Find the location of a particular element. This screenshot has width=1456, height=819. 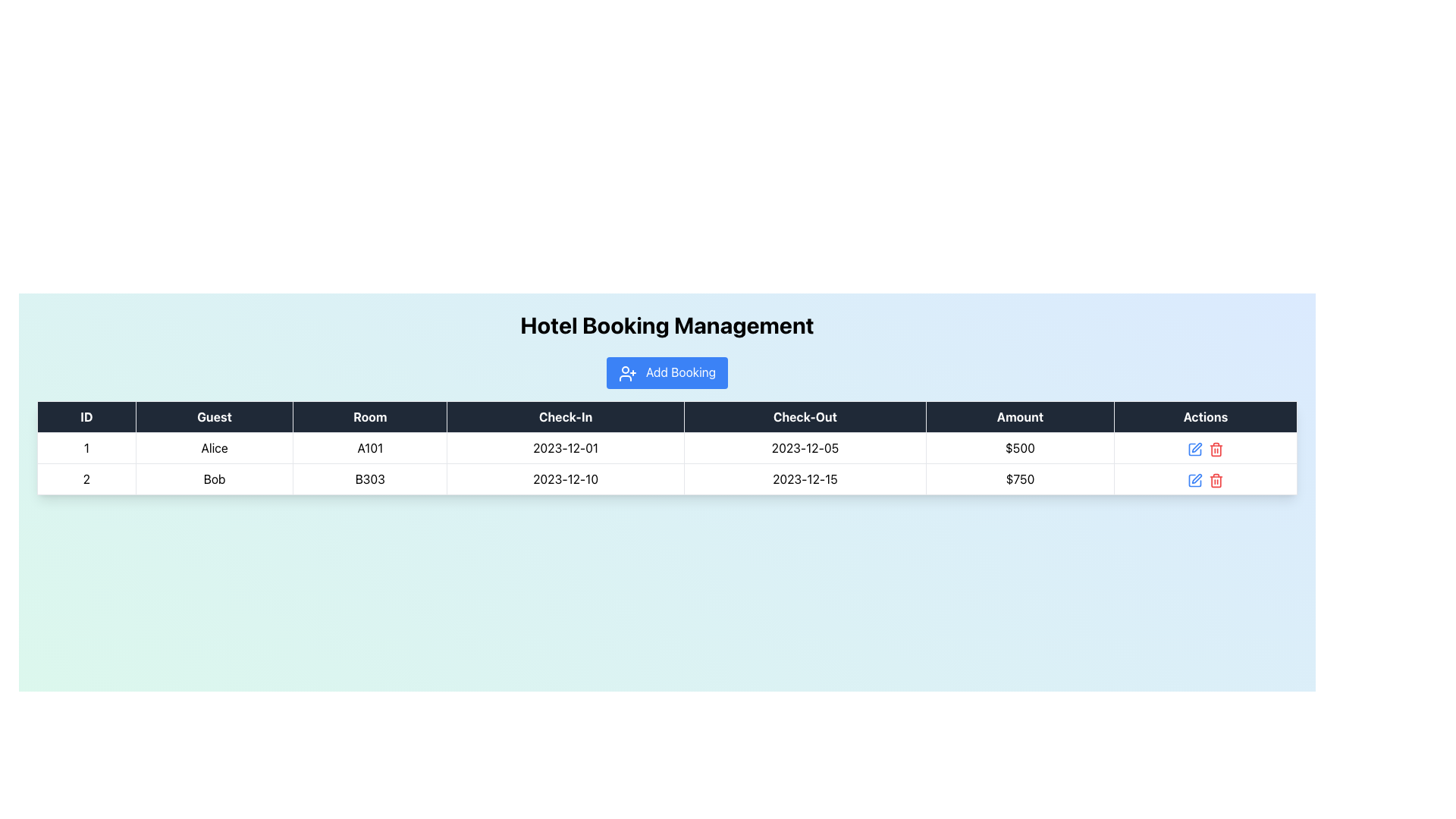

the date element displayed as '2023-12-05' in the fourth column of the table under the 'Check-Out' header for the entry labeled 'Alice' is located at coordinates (804, 447).